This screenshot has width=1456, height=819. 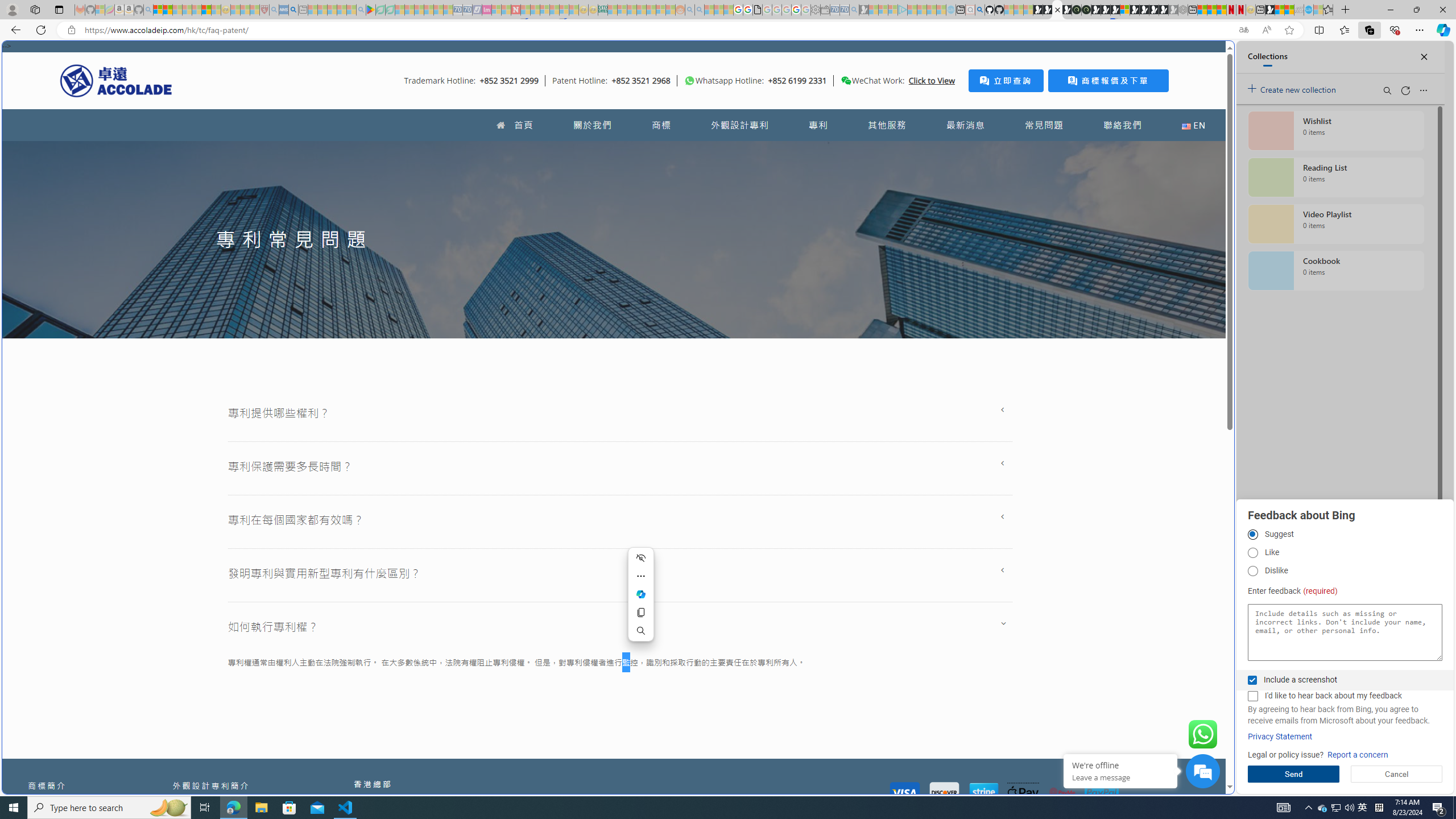 I want to click on 'Expert Portfolios - Sleeping', so click(x=640, y=9).